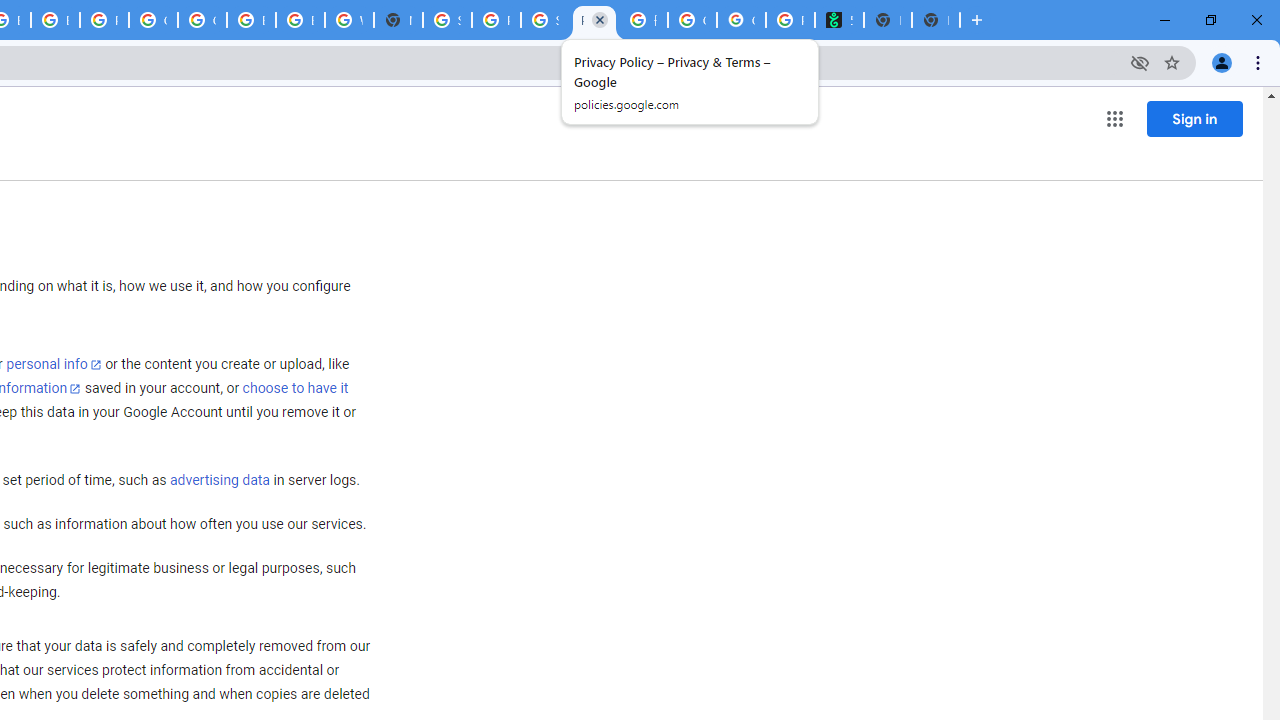 Image resolution: width=1280 pixels, height=720 pixels. What do you see at coordinates (1139, 61) in the screenshot?
I see `'Third-party cookies blocked'` at bounding box center [1139, 61].